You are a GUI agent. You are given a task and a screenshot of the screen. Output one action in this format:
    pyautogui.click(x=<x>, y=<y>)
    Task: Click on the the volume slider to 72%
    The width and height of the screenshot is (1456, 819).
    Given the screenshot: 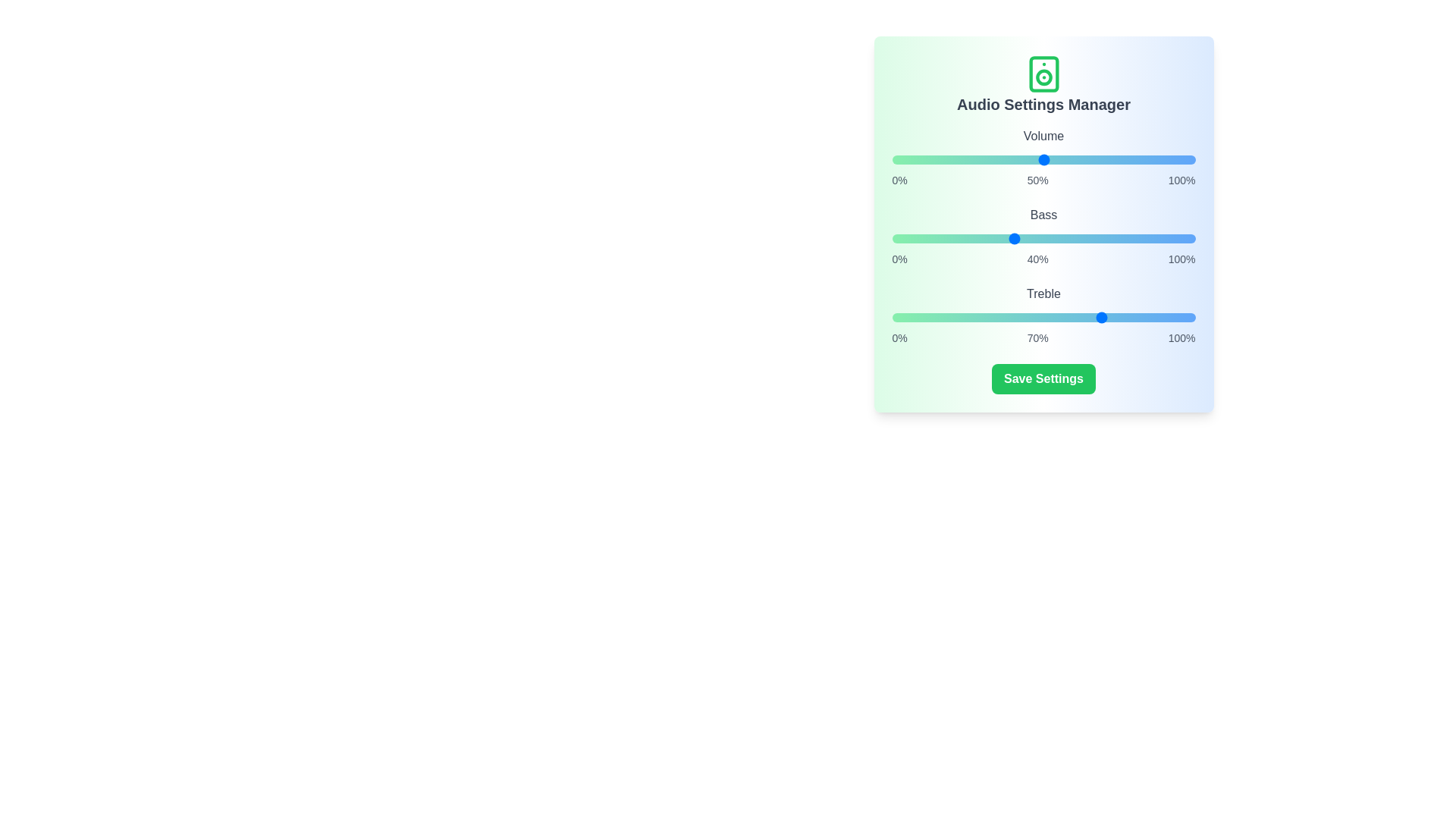 What is the action you would take?
    pyautogui.click(x=1110, y=160)
    